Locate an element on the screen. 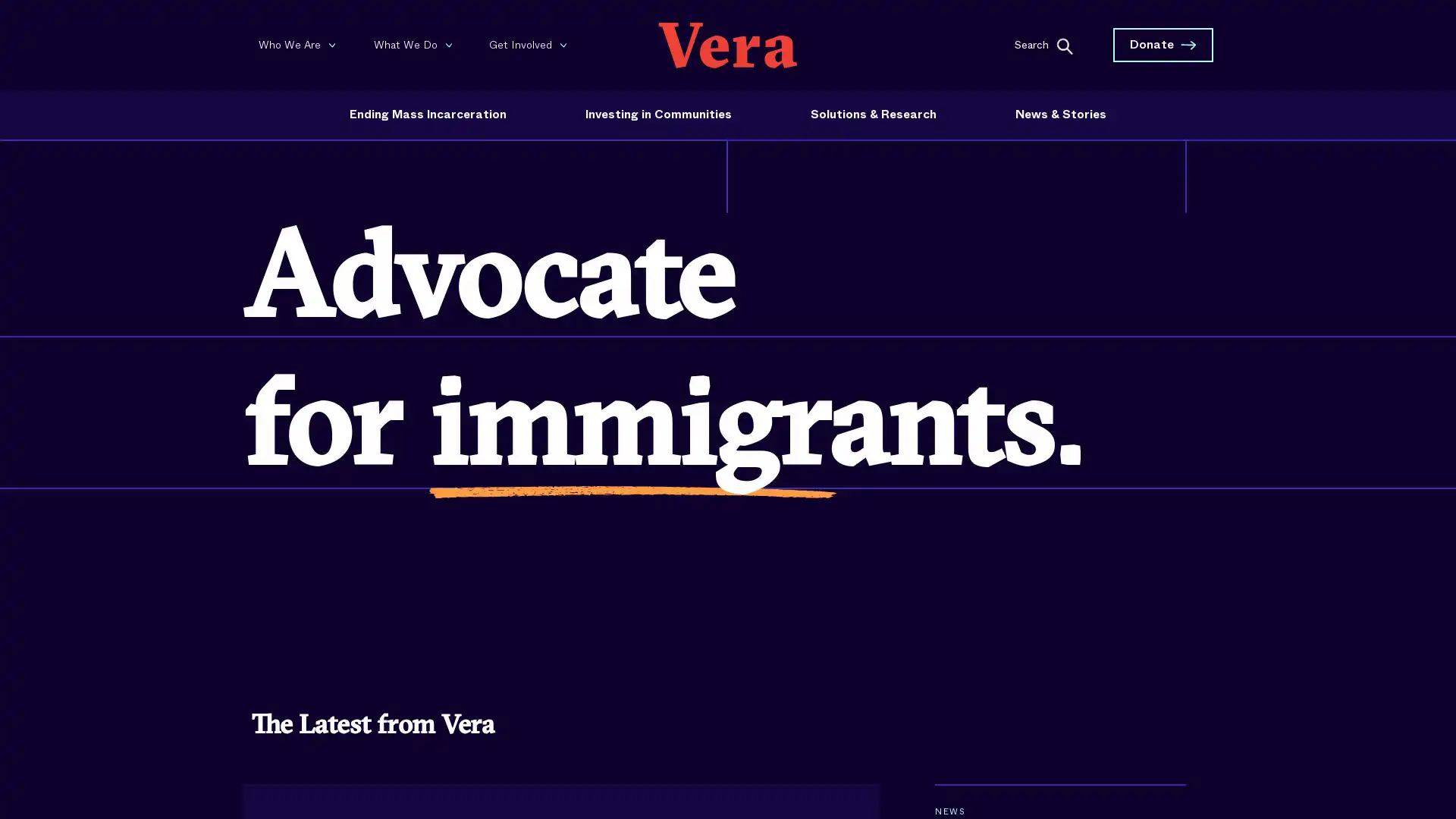 This screenshot has width=1456, height=819. What We Do is located at coordinates (415, 43).